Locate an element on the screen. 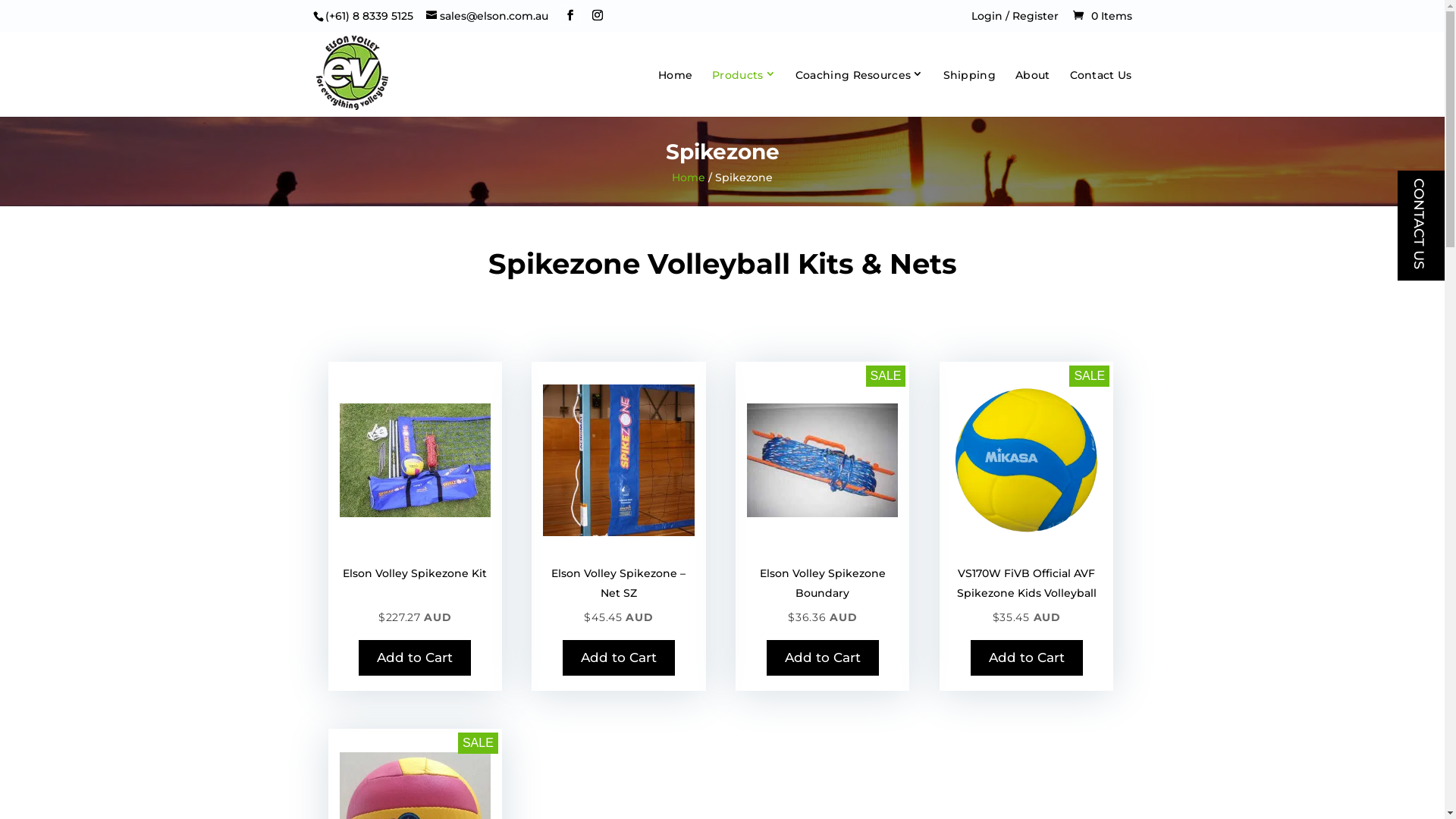 Image resolution: width=1456 pixels, height=819 pixels. '0 Items' is located at coordinates (1102, 15).